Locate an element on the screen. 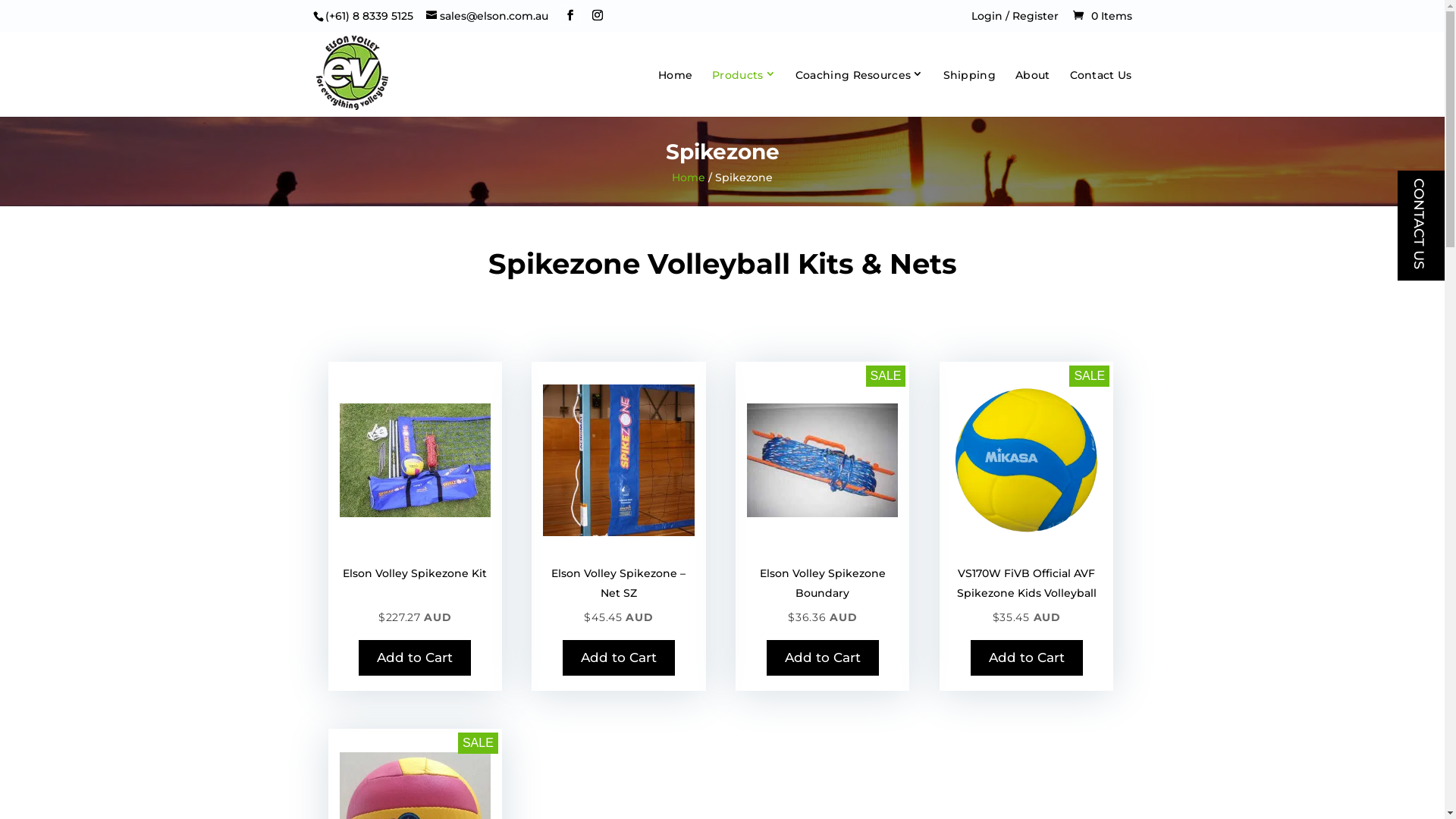 Image resolution: width=1456 pixels, height=819 pixels. '0 Items' is located at coordinates (1102, 15).